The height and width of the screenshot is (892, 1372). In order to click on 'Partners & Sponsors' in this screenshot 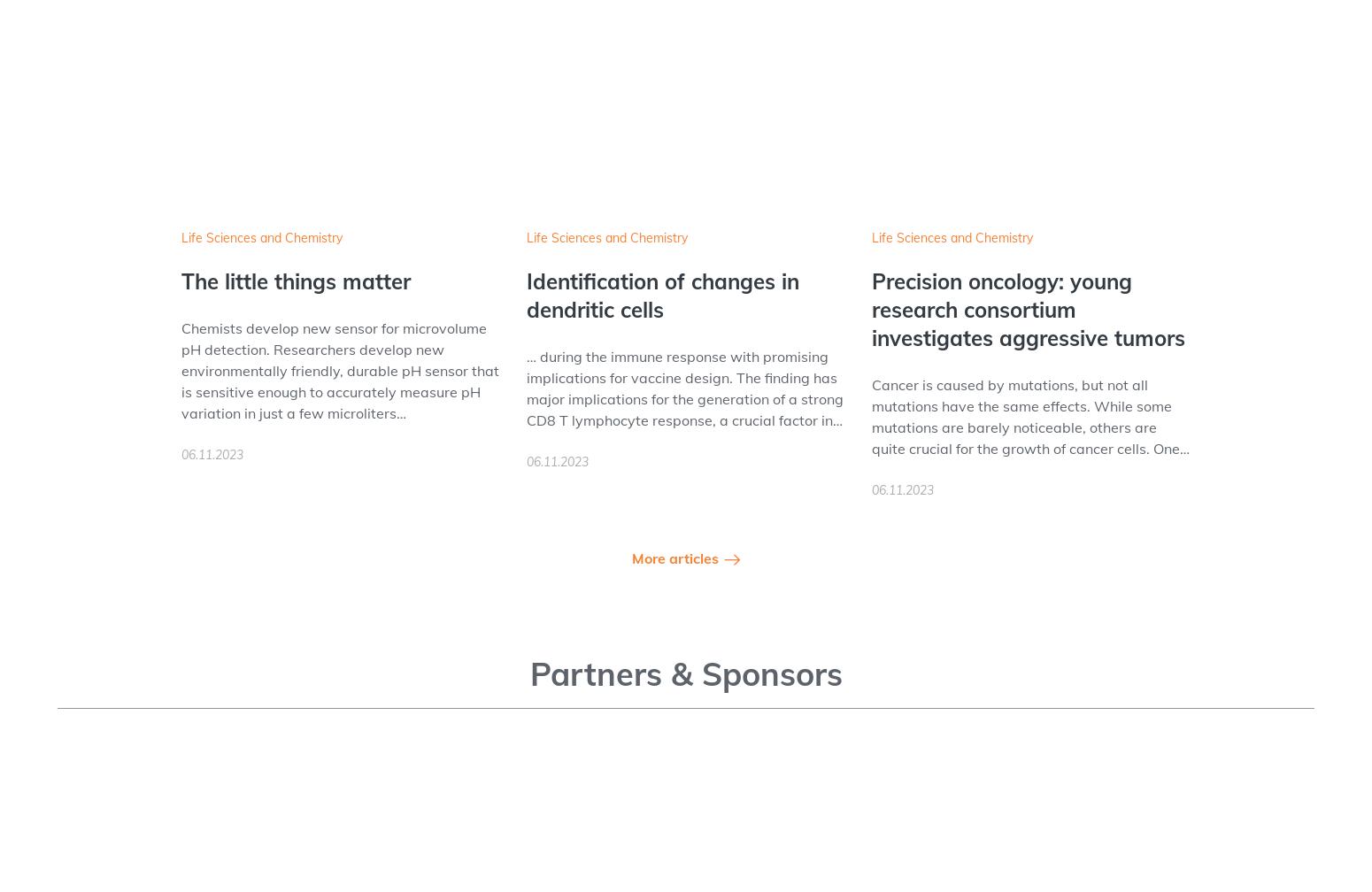, I will do `click(528, 673)`.